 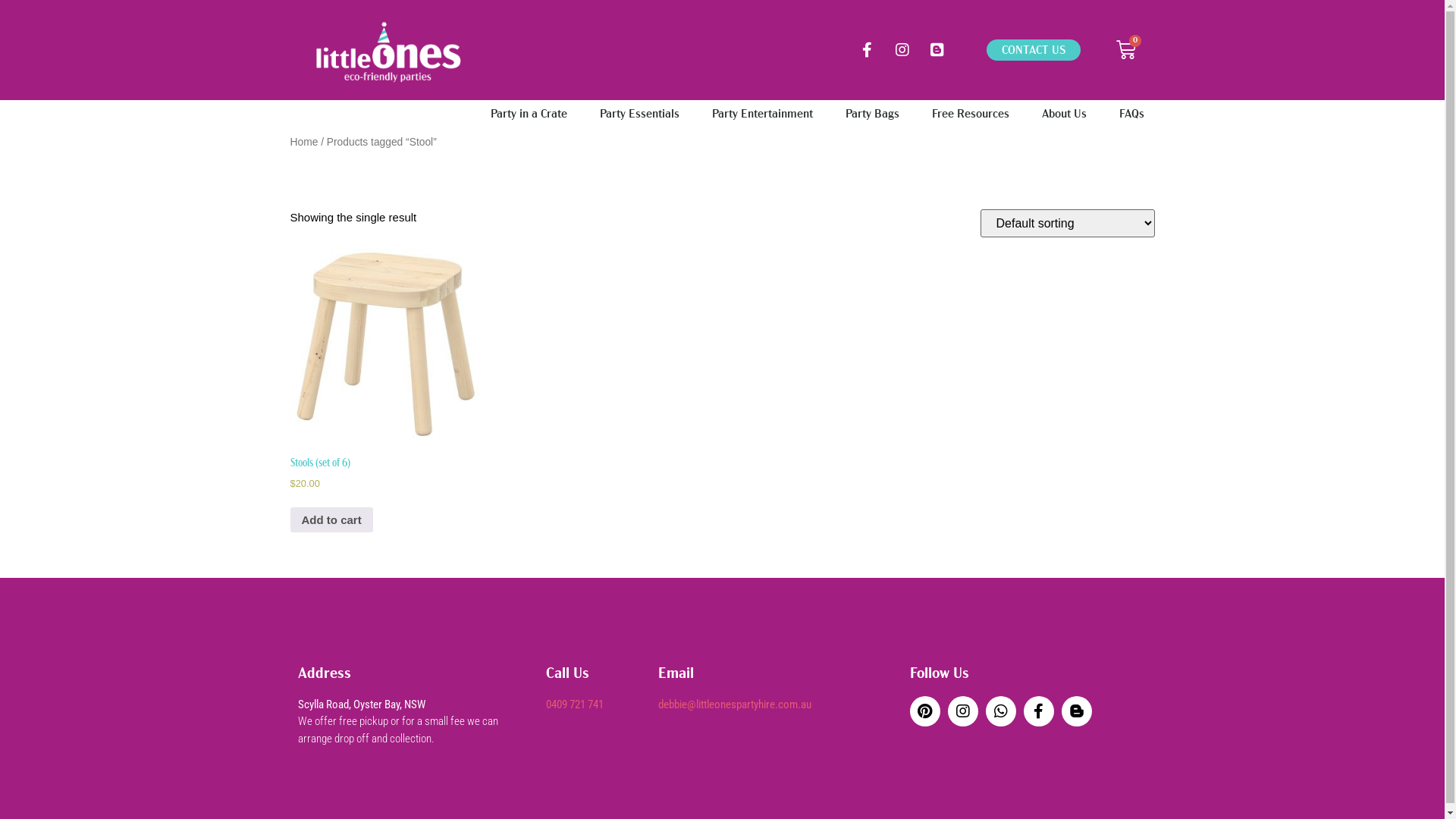 What do you see at coordinates (574, 704) in the screenshot?
I see `'0409 721 741'` at bounding box center [574, 704].